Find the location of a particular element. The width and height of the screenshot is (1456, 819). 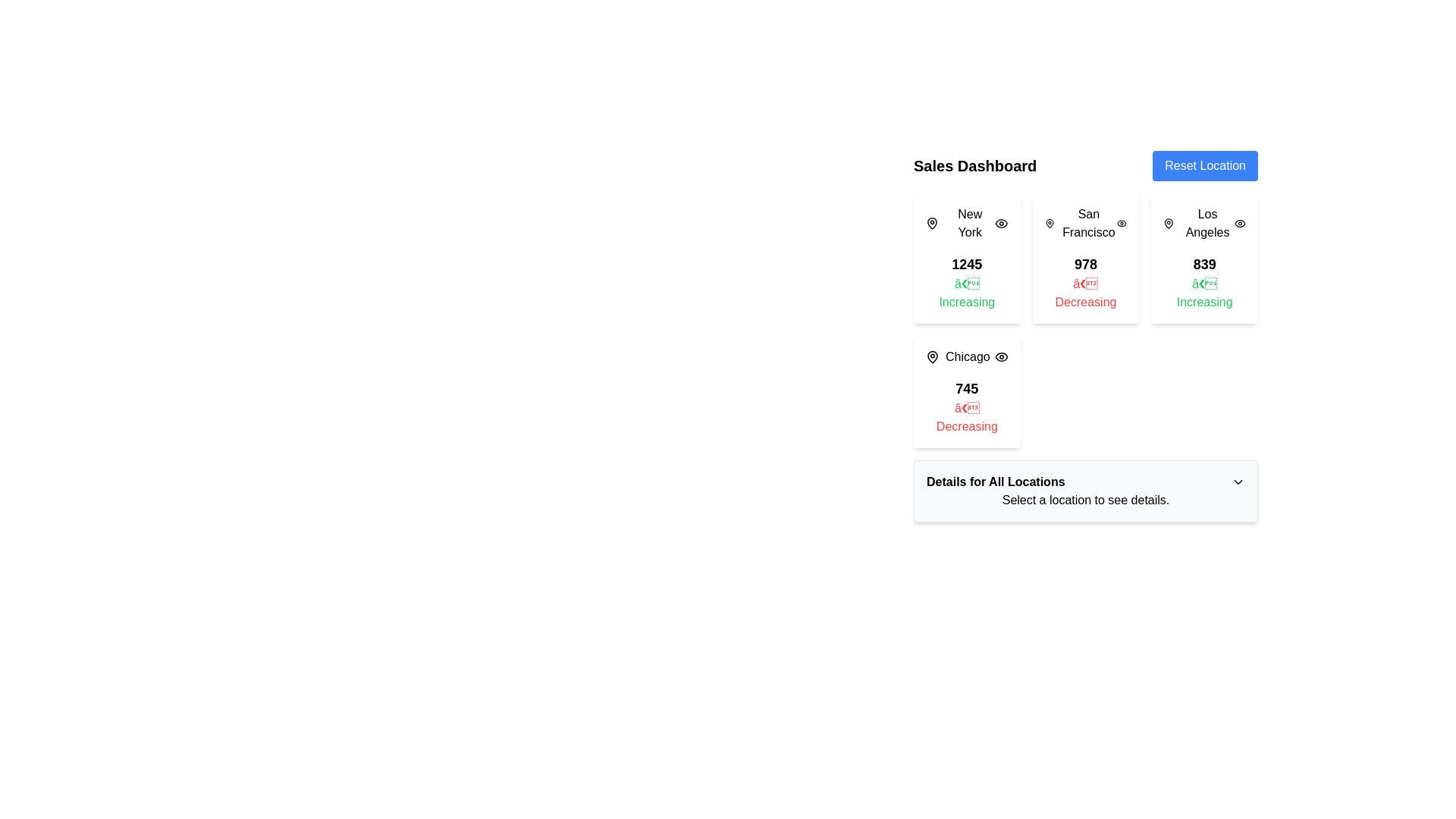

the text label displaying 'Los Angeles' in bold black font, located in the top-central area of its rectangular card, which is the fourth card in a horizontal row of city cards is located at coordinates (1207, 223).